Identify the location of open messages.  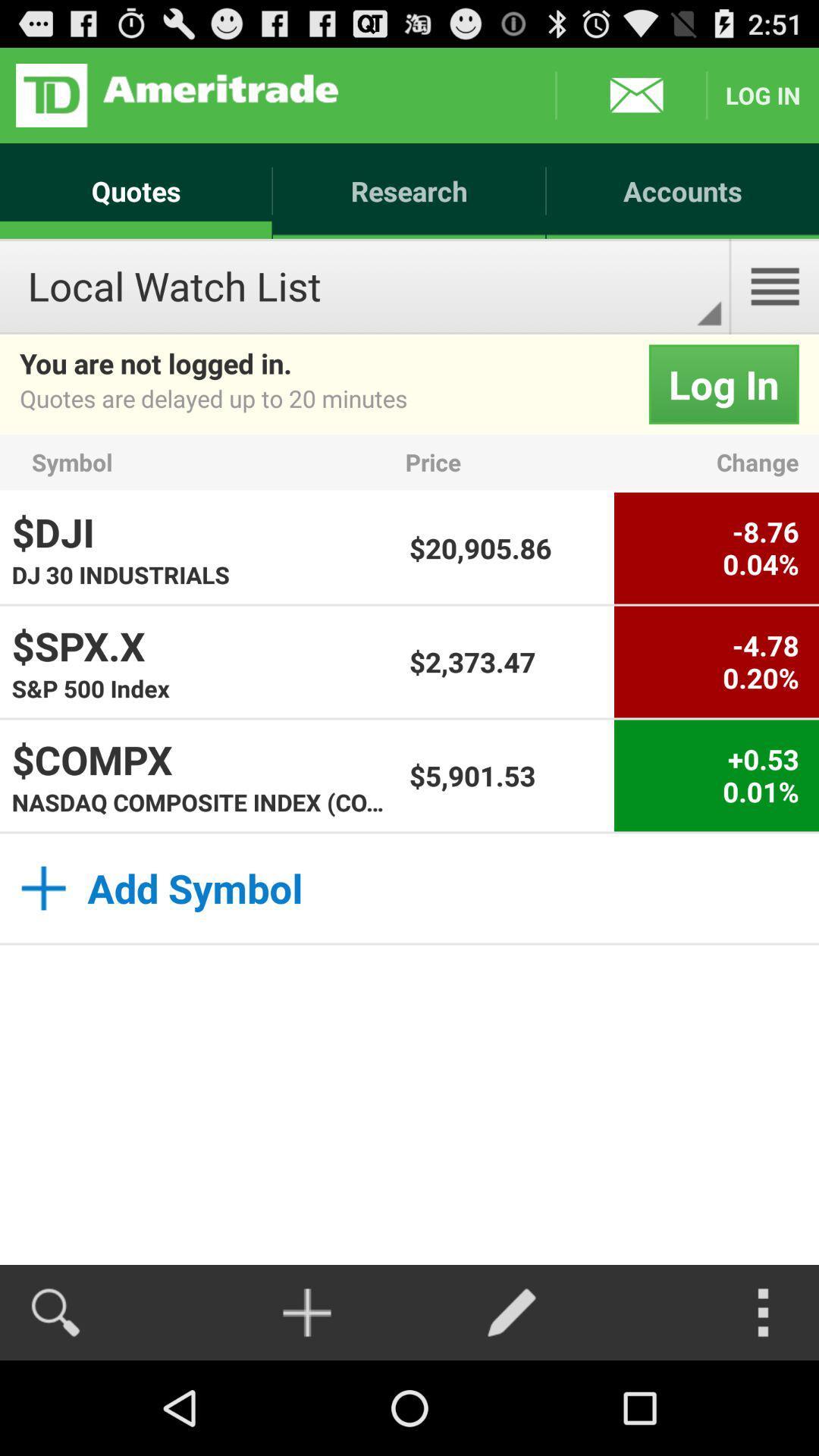
(631, 94).